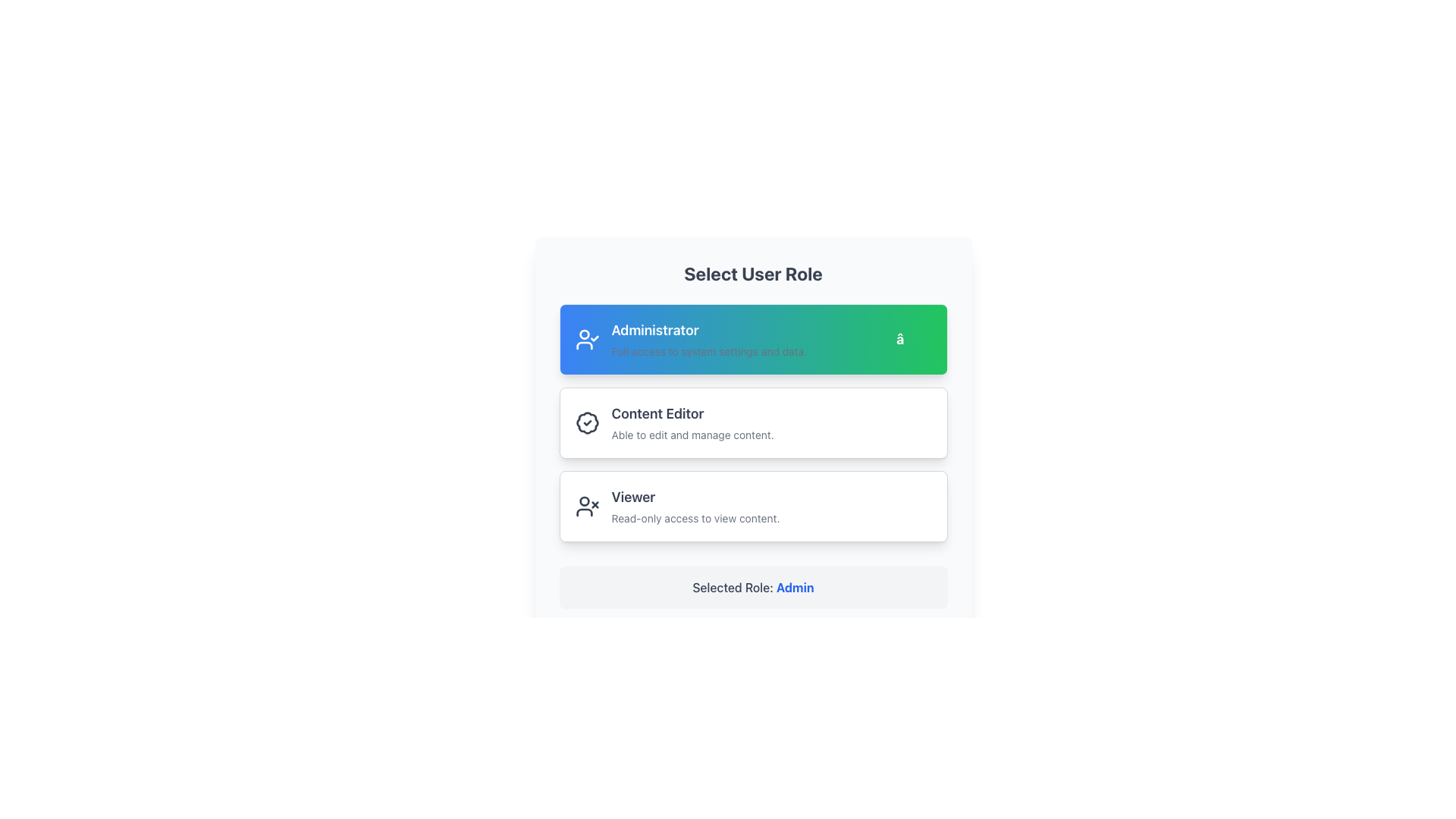 The image size is (1456, 819). What do you see at coordinates (657, 413) in the screenshot?
I see `the 'Content Editor' text label element, which is styled in bold and slightly larger font, located above the description in the user role selection interface` at bounding box center [657, 413].